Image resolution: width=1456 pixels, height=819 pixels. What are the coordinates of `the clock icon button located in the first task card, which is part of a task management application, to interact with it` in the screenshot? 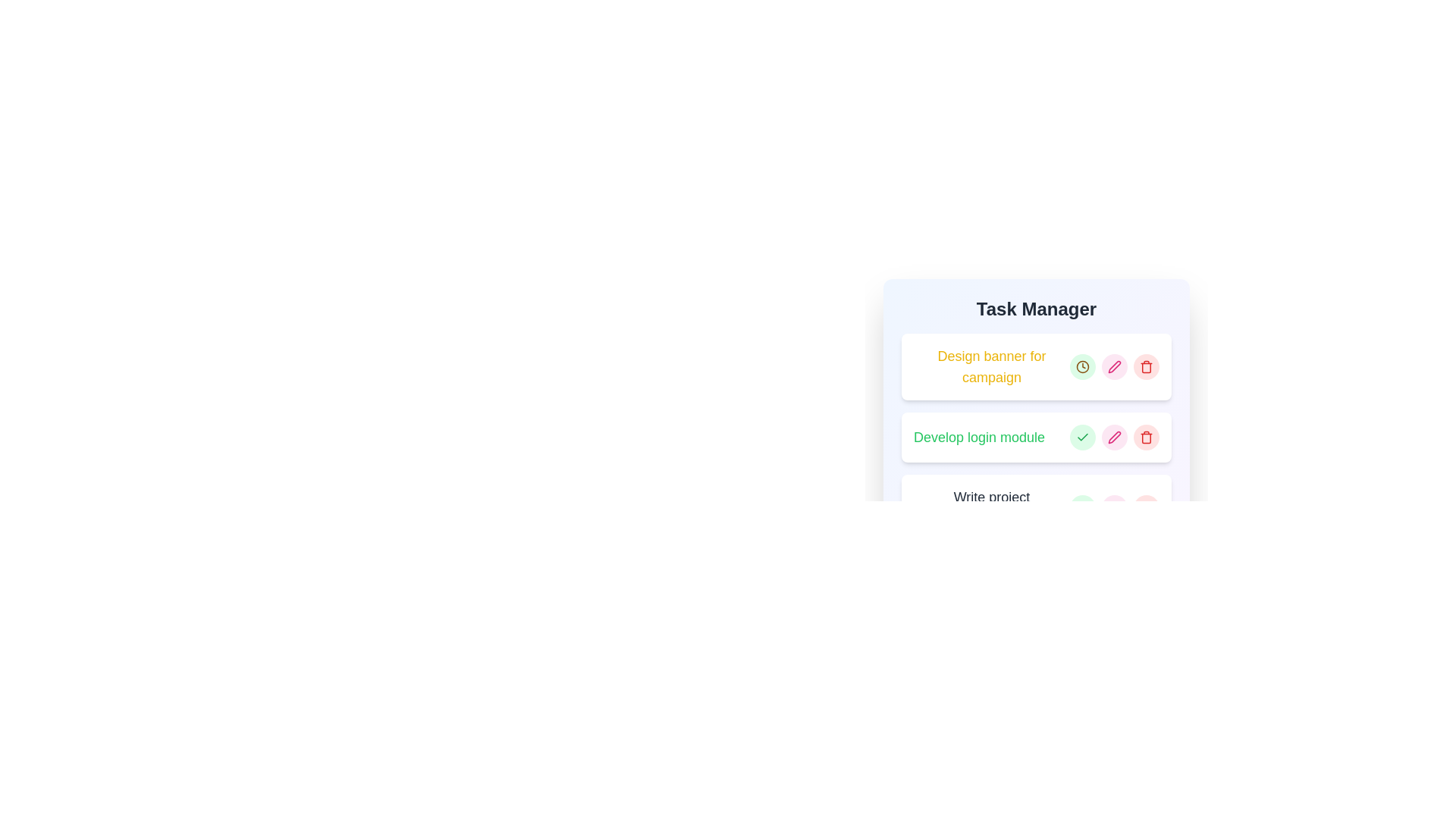 It's located at (1082, 366).